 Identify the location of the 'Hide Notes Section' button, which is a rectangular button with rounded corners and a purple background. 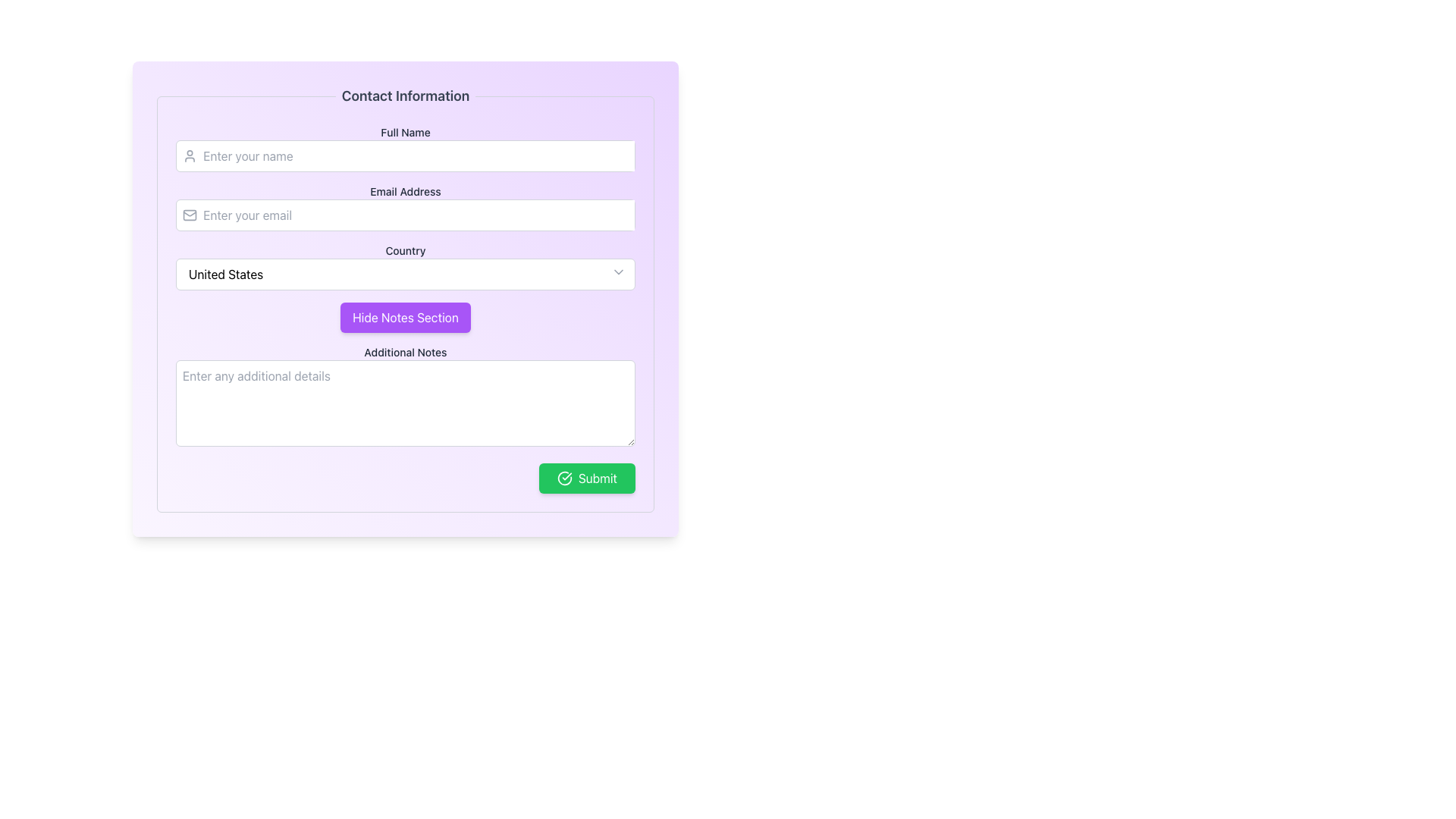
(405, 317).